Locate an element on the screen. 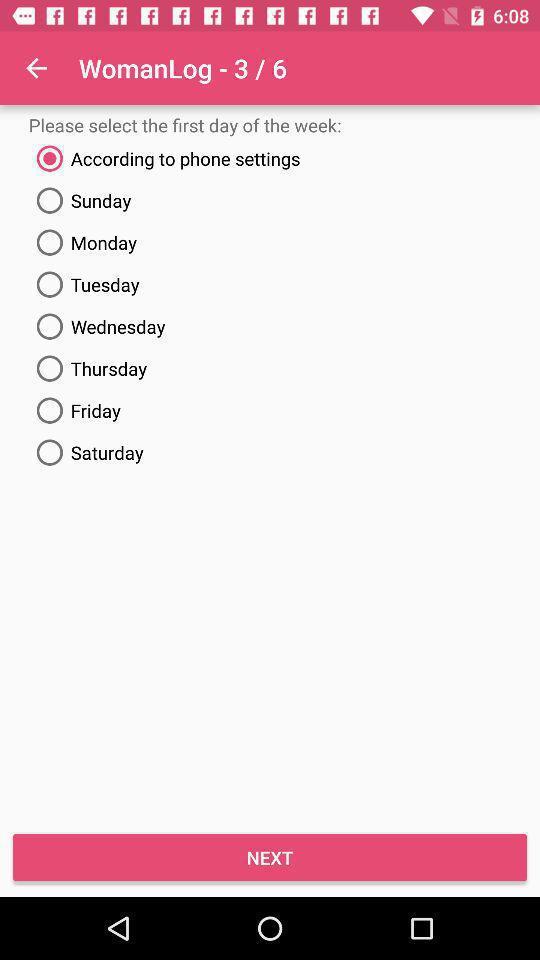 The image size is (540, 960). the monday is located at coordinates (270, 241).